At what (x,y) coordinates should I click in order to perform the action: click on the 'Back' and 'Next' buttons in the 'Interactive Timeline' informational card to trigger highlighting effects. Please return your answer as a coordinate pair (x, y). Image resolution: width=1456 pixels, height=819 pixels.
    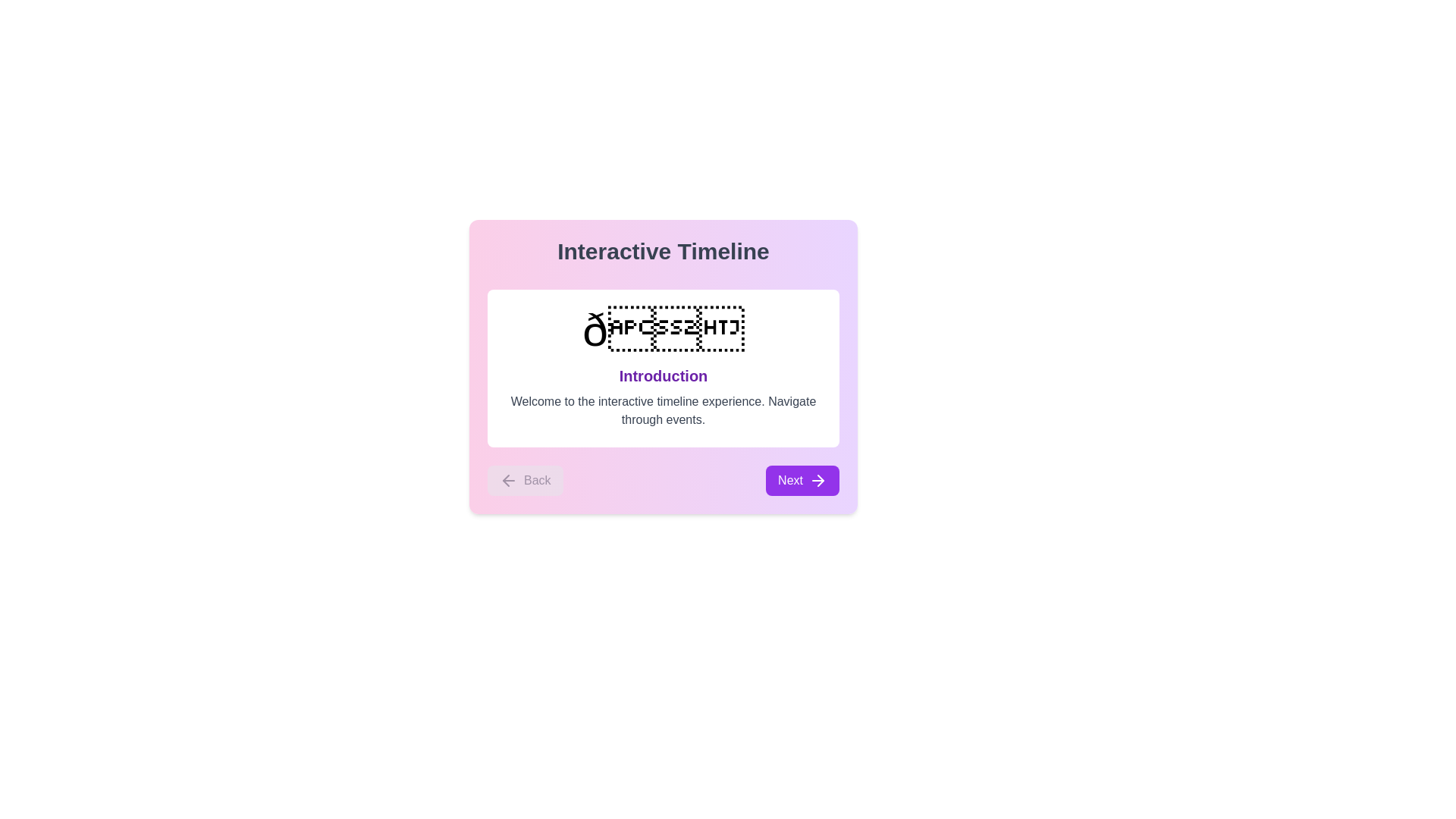
    Looking at the image, I should click on (663, 366).